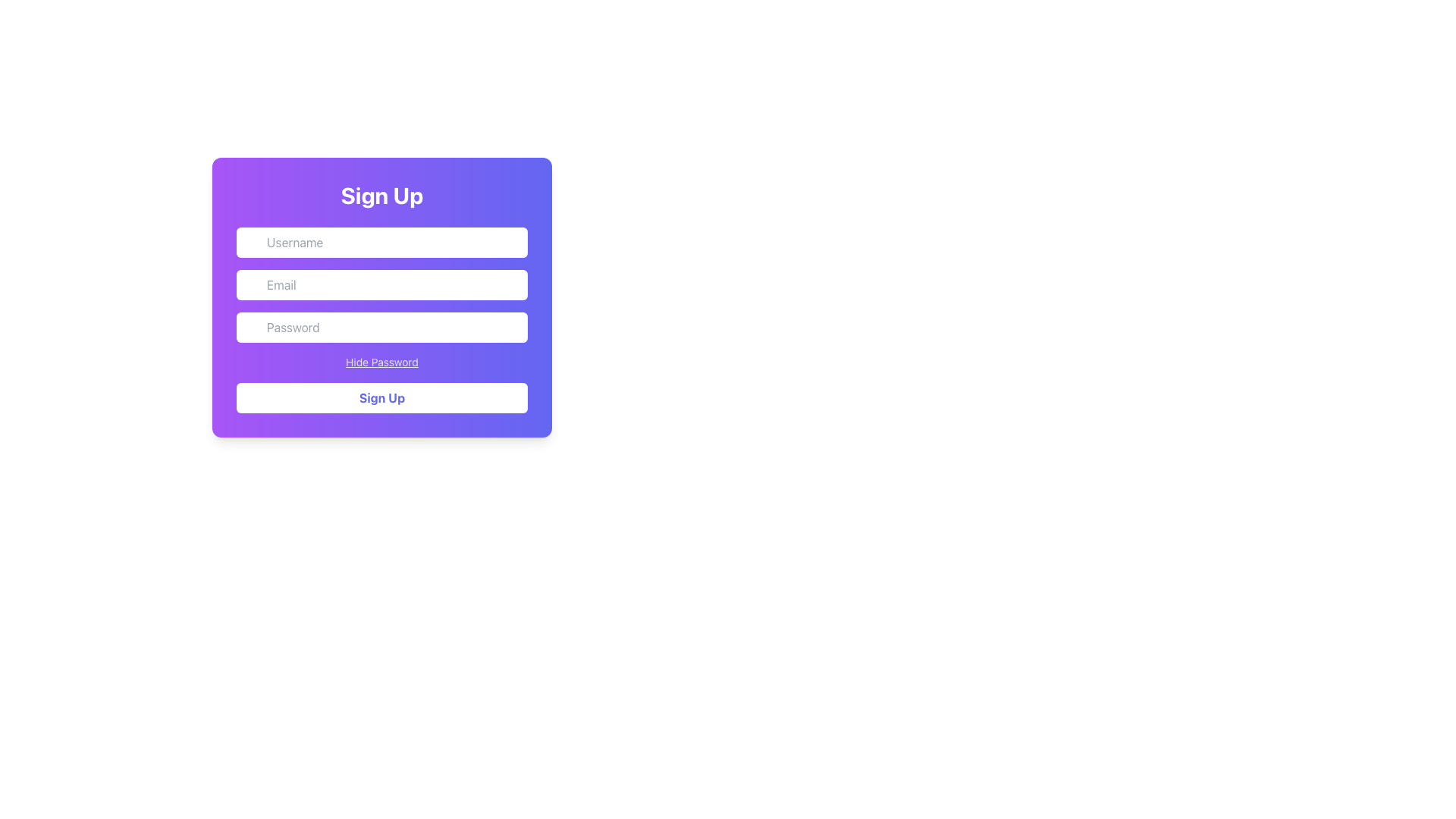  What do you see at coordinates (382, 195) in the screenshot?
I see `the Text header that summarizes the purpose of the user registration form` at bounding box center [382, 195].